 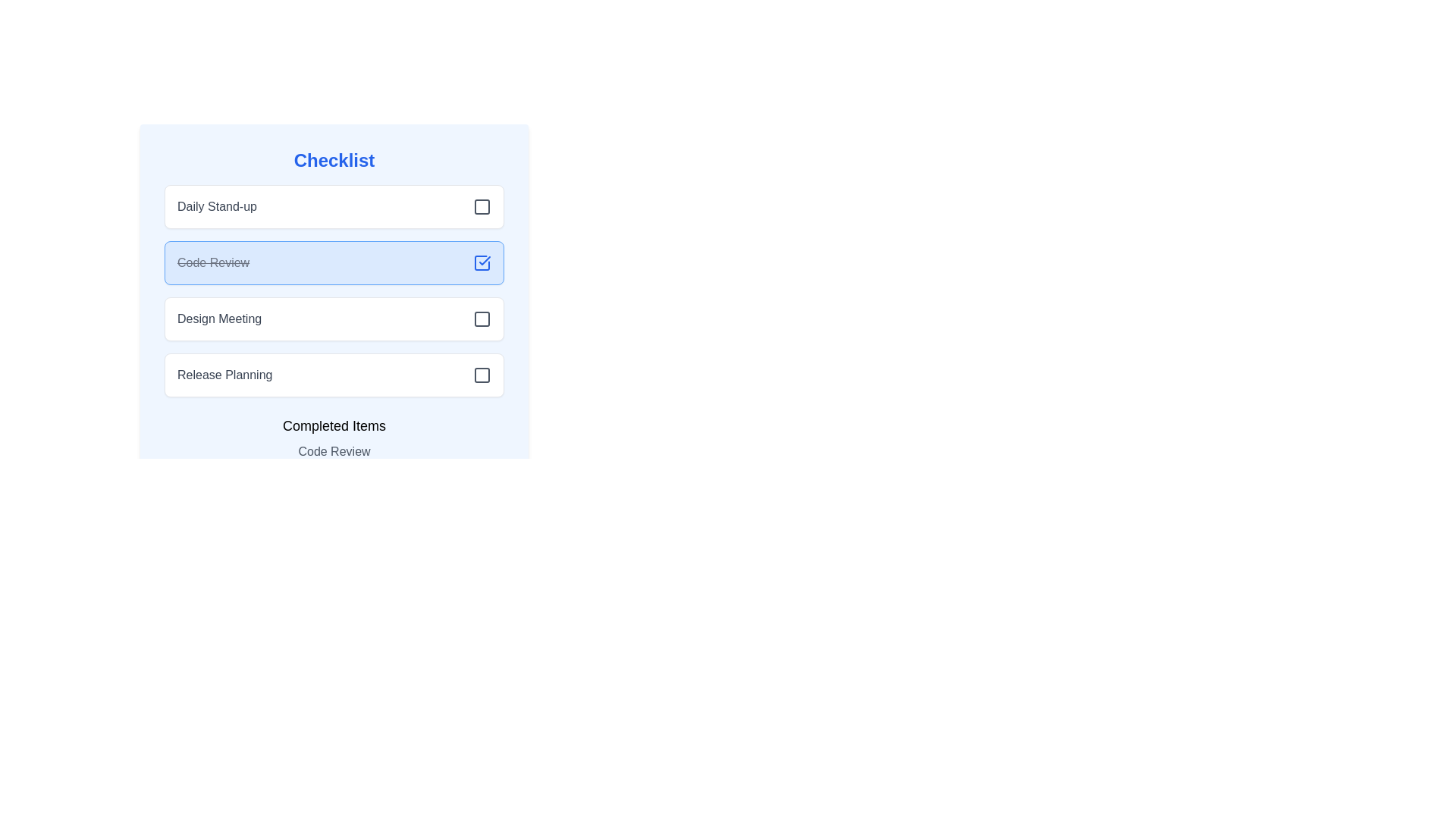 I want to click on the 'Code Review' text display element located below the 'Completed Items' header for accessibility tools, so click(x=334, y=451).